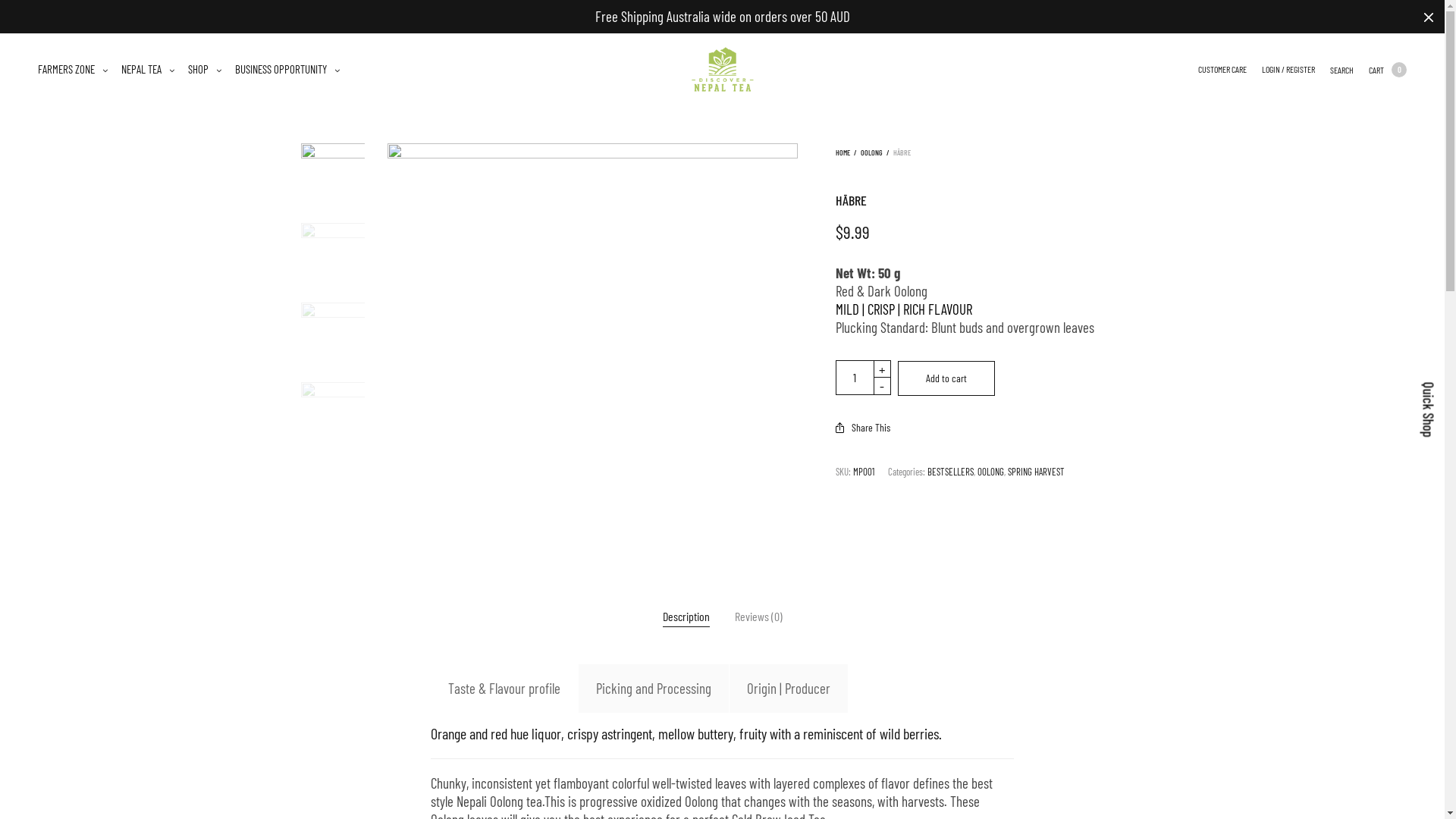 This screenshot has width=1456, height=819. What do you see at coordinates (1008, 470) in the screenshot?
I see `'SPRING HARVEST'` at bounding box center [1008, 470].